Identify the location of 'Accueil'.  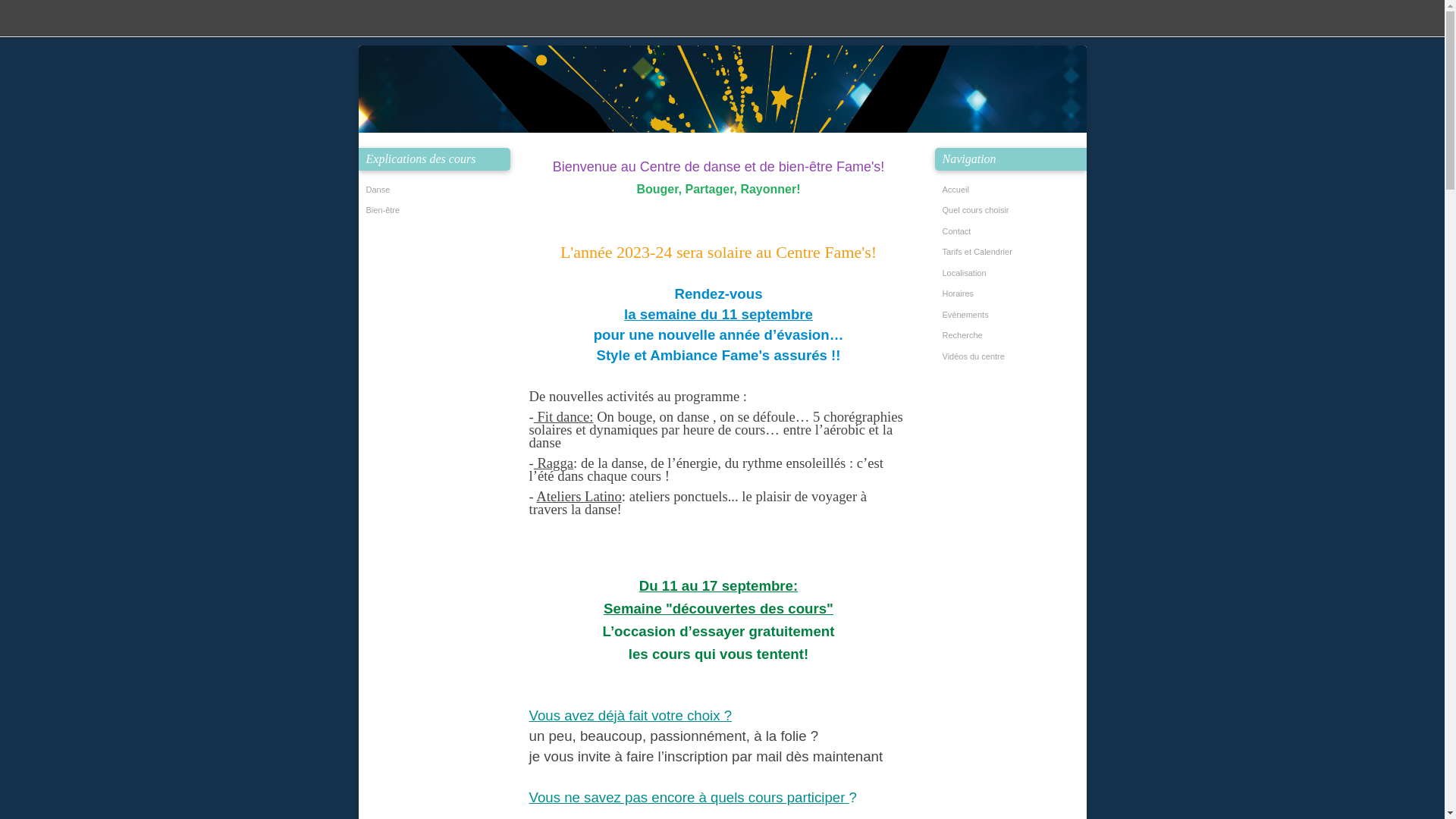
(1012, 189).